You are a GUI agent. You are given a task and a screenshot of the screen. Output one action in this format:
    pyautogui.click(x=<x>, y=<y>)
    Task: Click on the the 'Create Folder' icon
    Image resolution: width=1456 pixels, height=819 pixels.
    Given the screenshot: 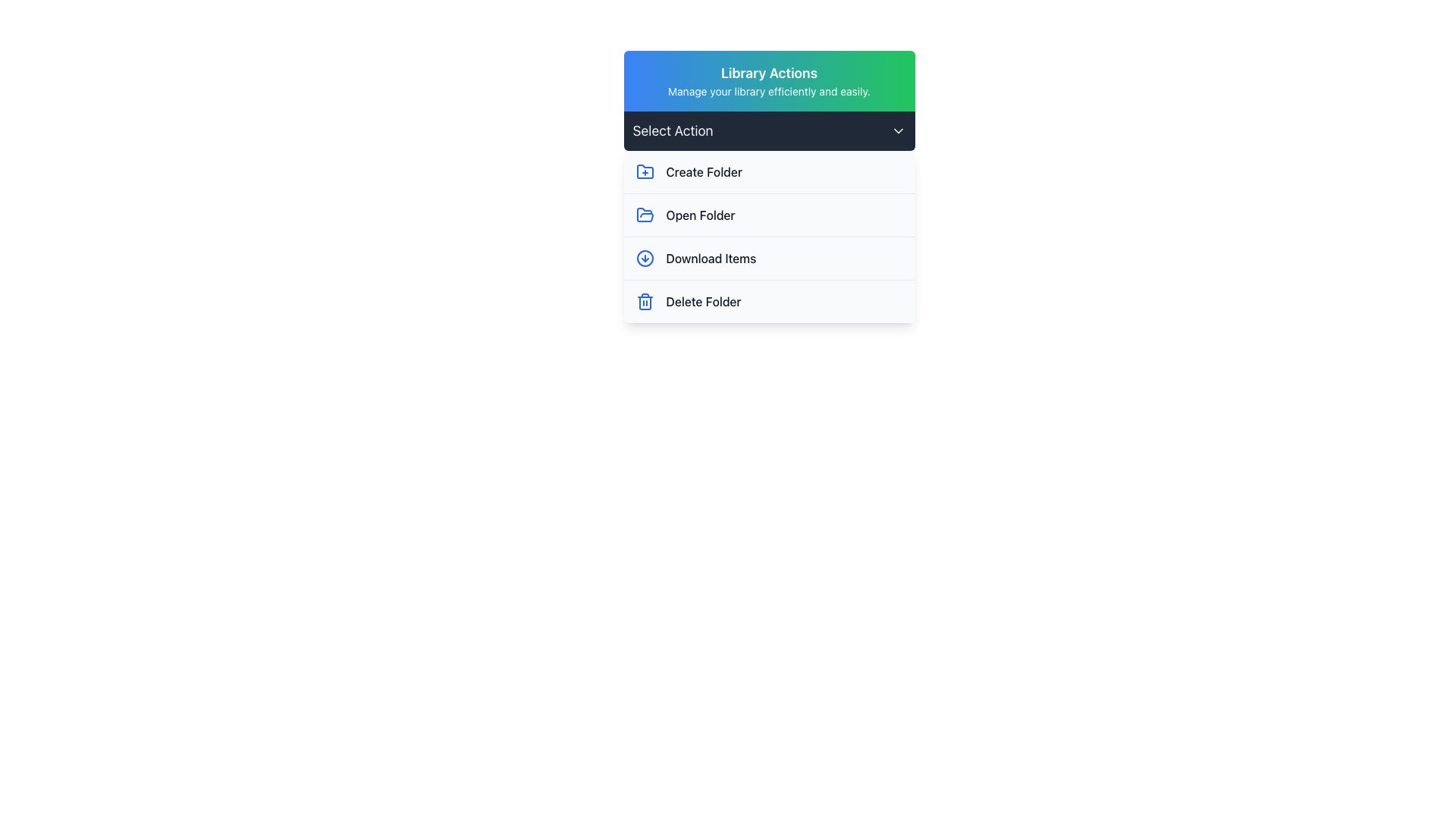 What is the action you would take?
    pyautogui.click(x=645, y=171)
    